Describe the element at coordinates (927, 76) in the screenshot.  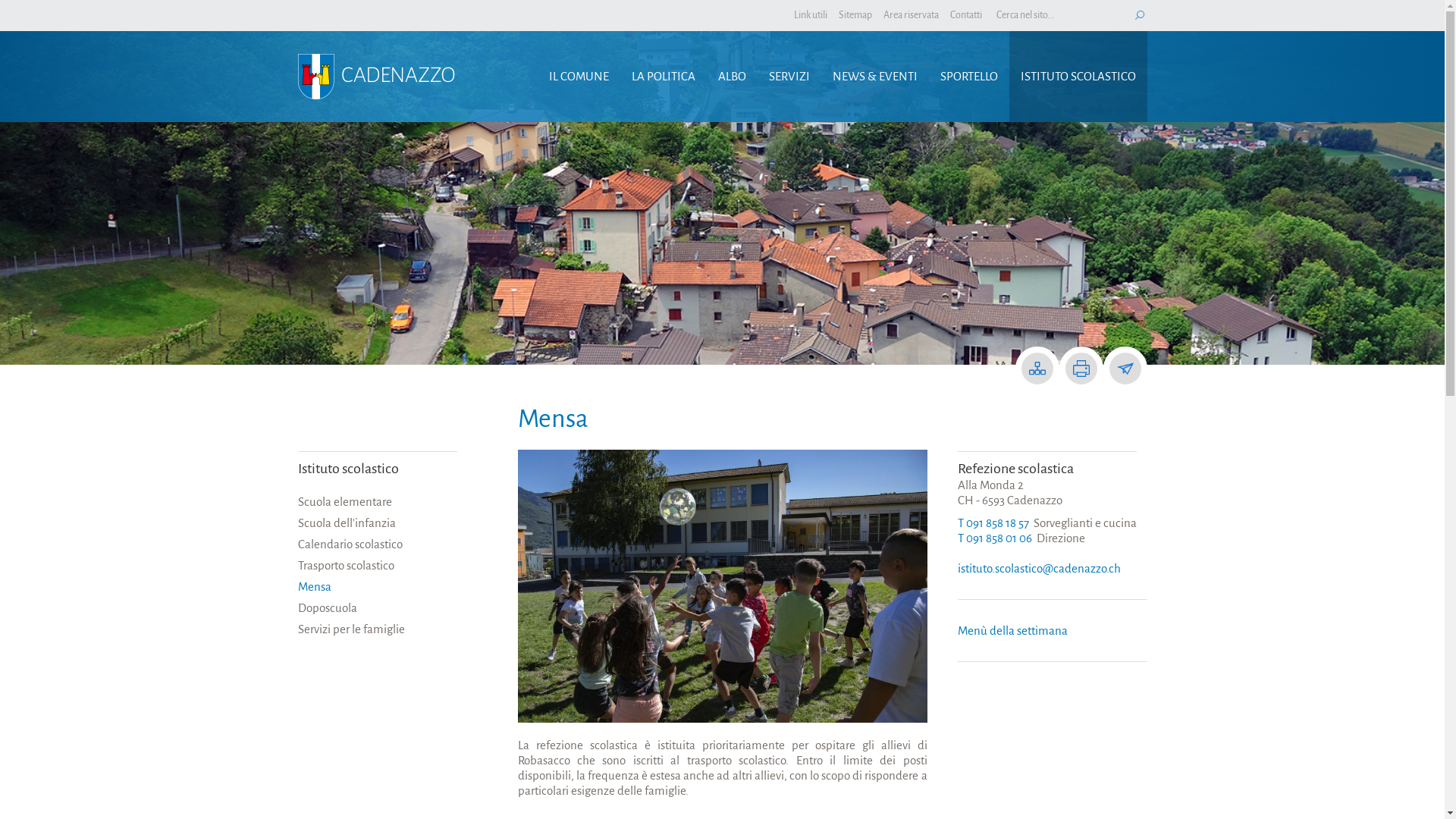
I see `'SPORTELLO'` at that location.